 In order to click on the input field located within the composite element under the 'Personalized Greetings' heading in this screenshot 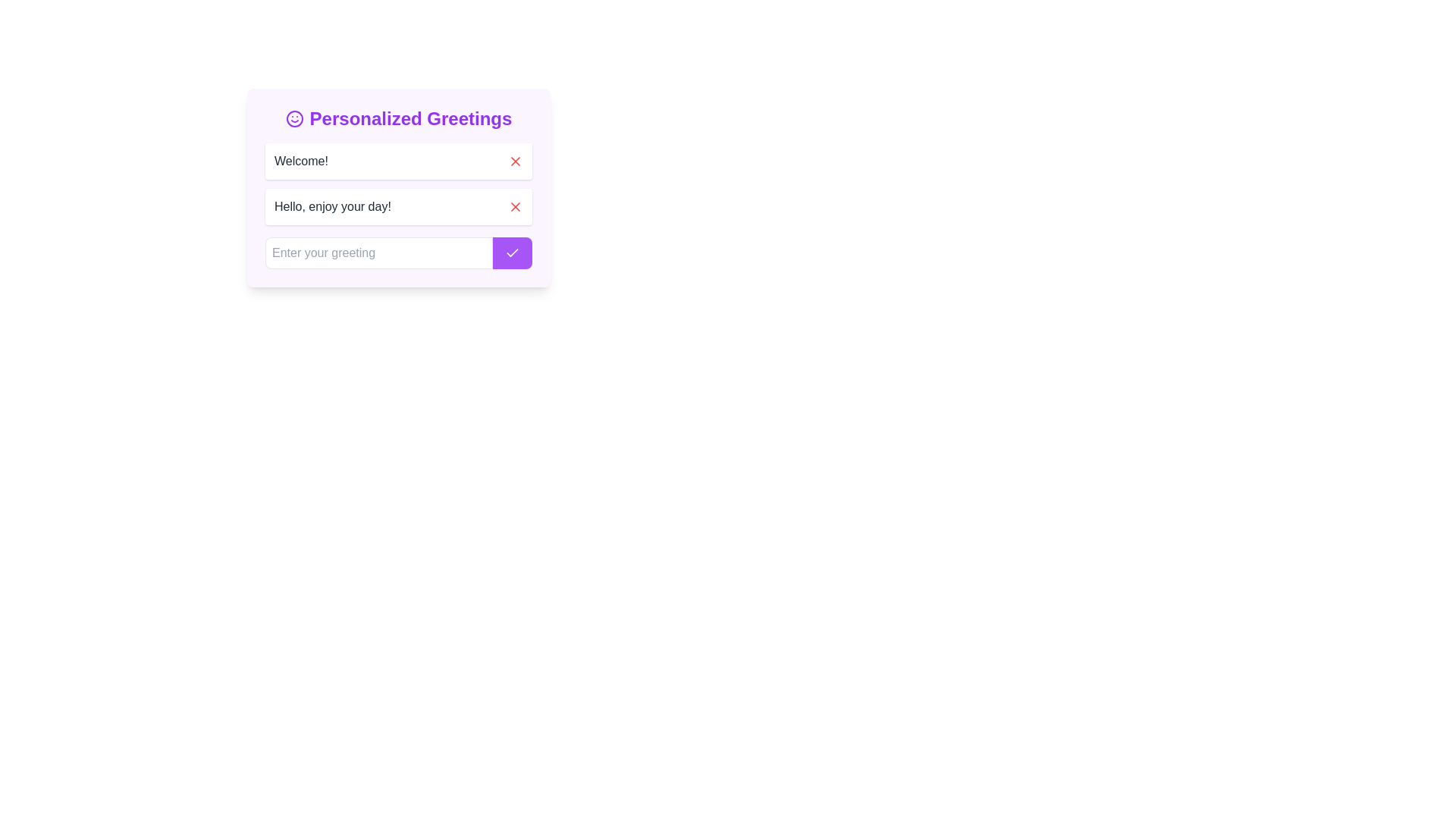, I will do `click(399, 253)`.